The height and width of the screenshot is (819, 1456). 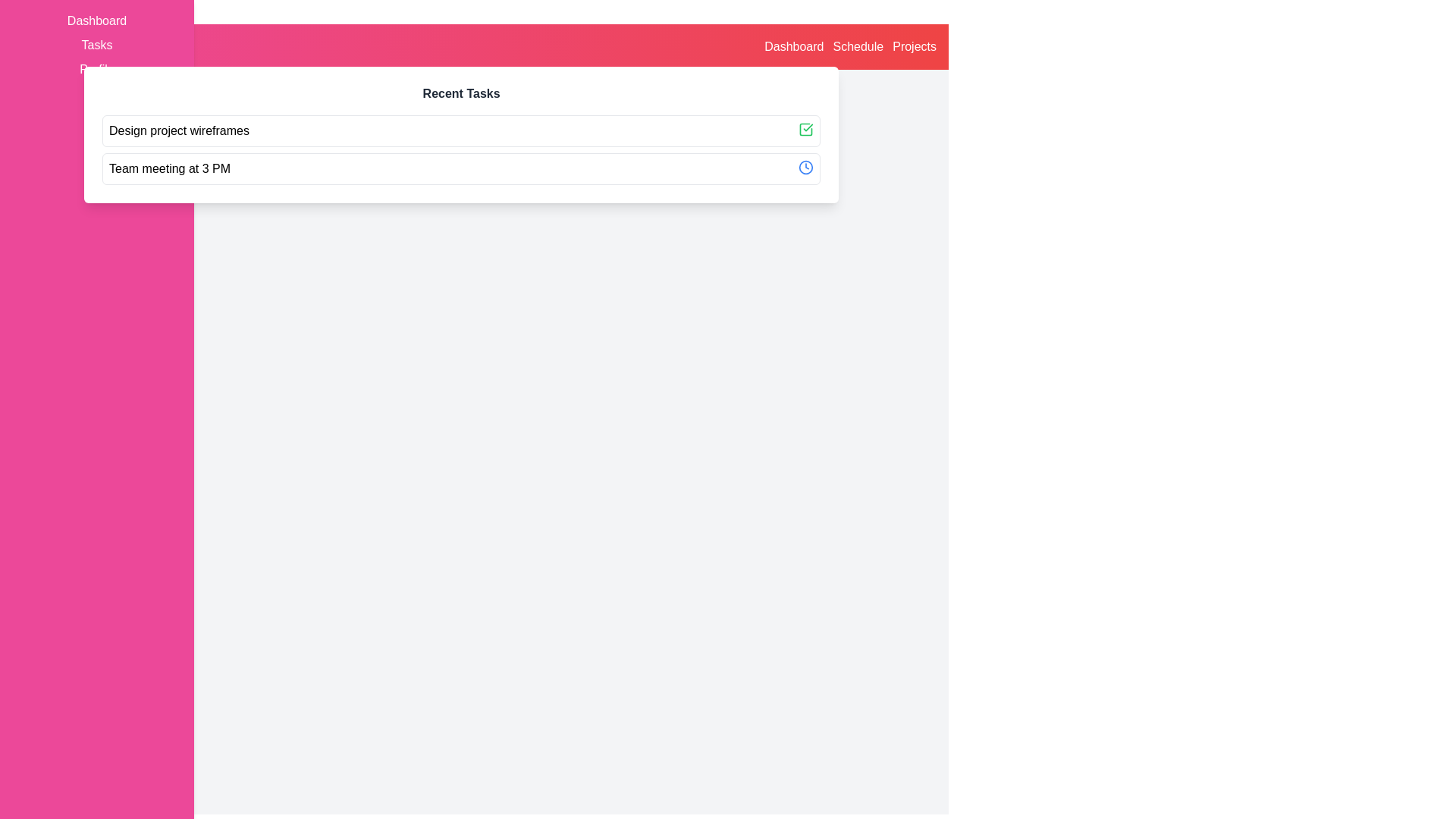 I want to click on the 'Dashboard' text link in the header navigation bar to underline the text, so click(x=793, y=45).